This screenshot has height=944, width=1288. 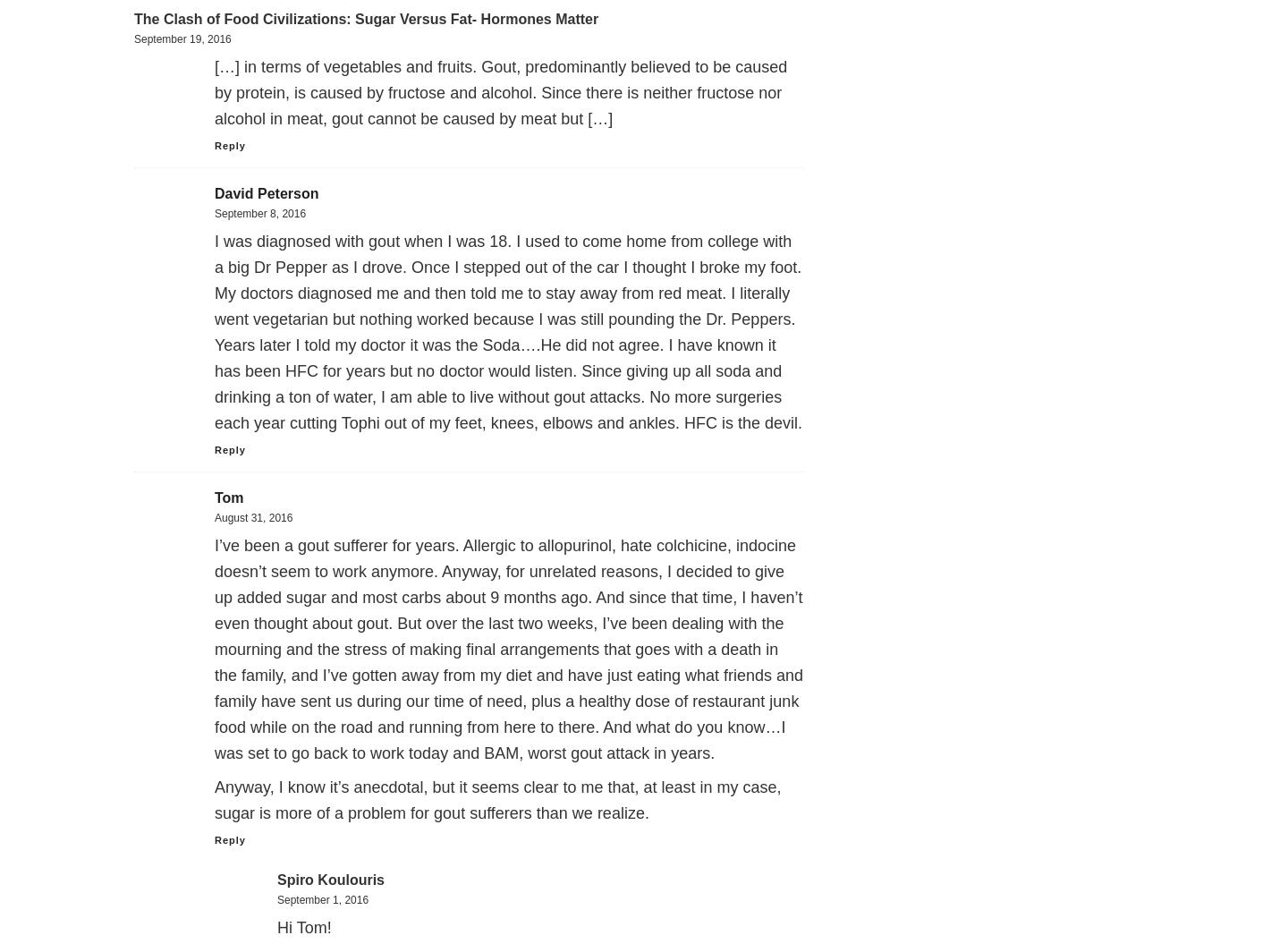 I want to click on 'September 19, 2016', so click(x=182, y=38).